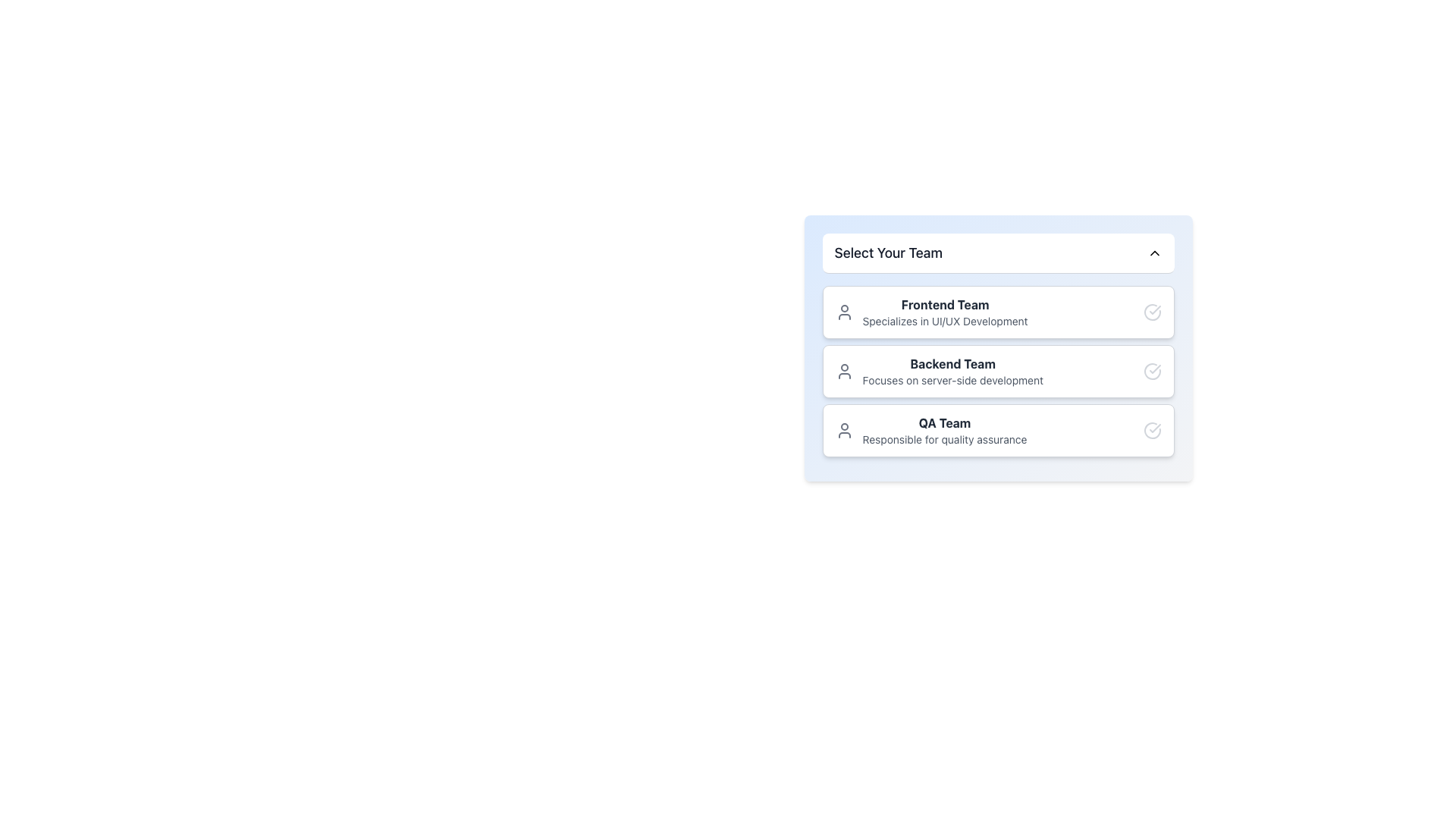 This screenshot has height=819, width=1456. Describe the element at coordinates (938, 371) in the screenshot. I see `the clickable item for 'Backend Team' which contains the text and user icon` at that location.